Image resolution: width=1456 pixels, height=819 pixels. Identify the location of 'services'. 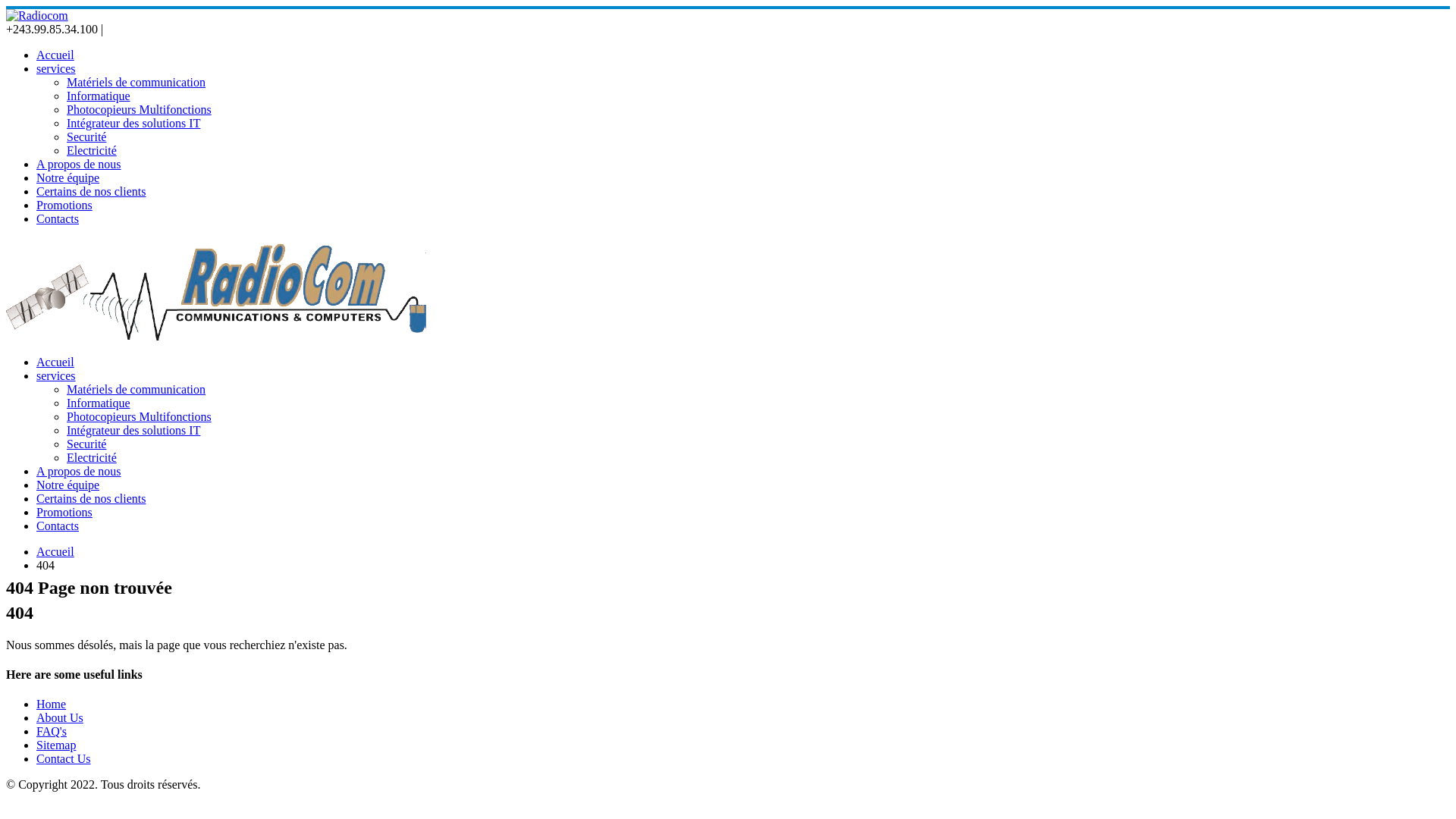
(55, 68).